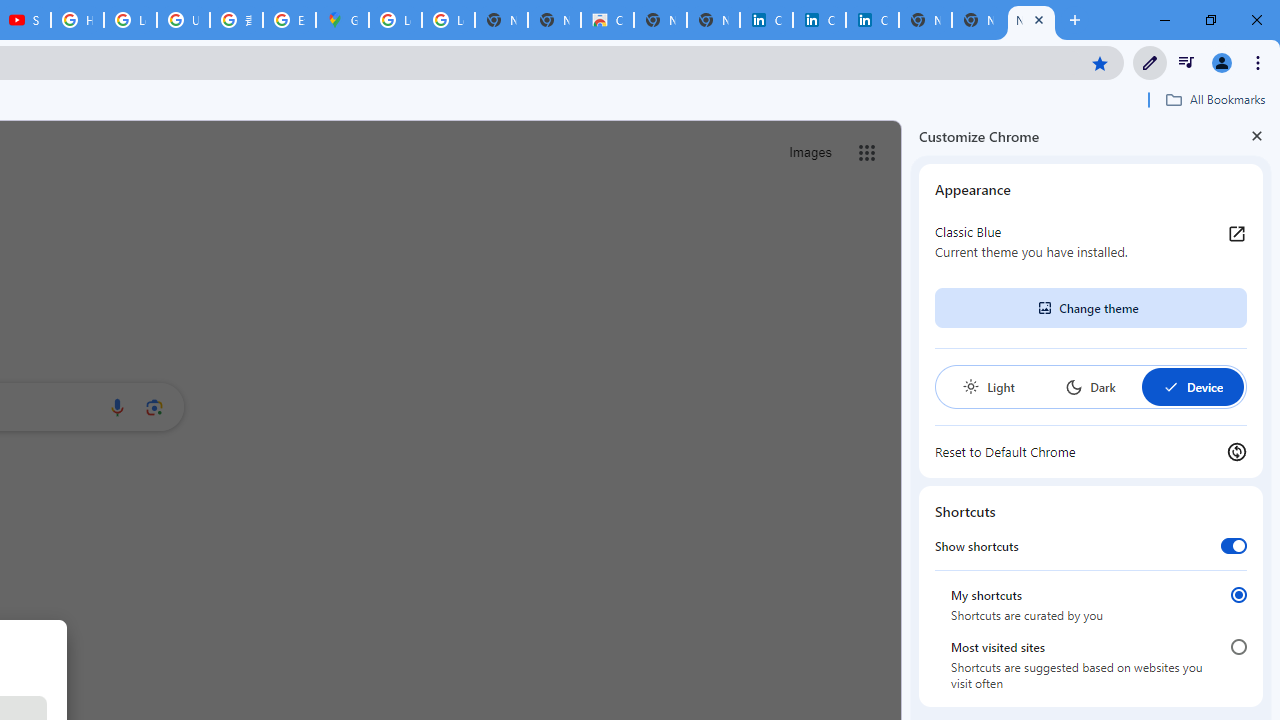  What do you see at coordinates (1031, 20) in the screenshot?
I see `'New Tab'` at bounding box center [1031, 20].